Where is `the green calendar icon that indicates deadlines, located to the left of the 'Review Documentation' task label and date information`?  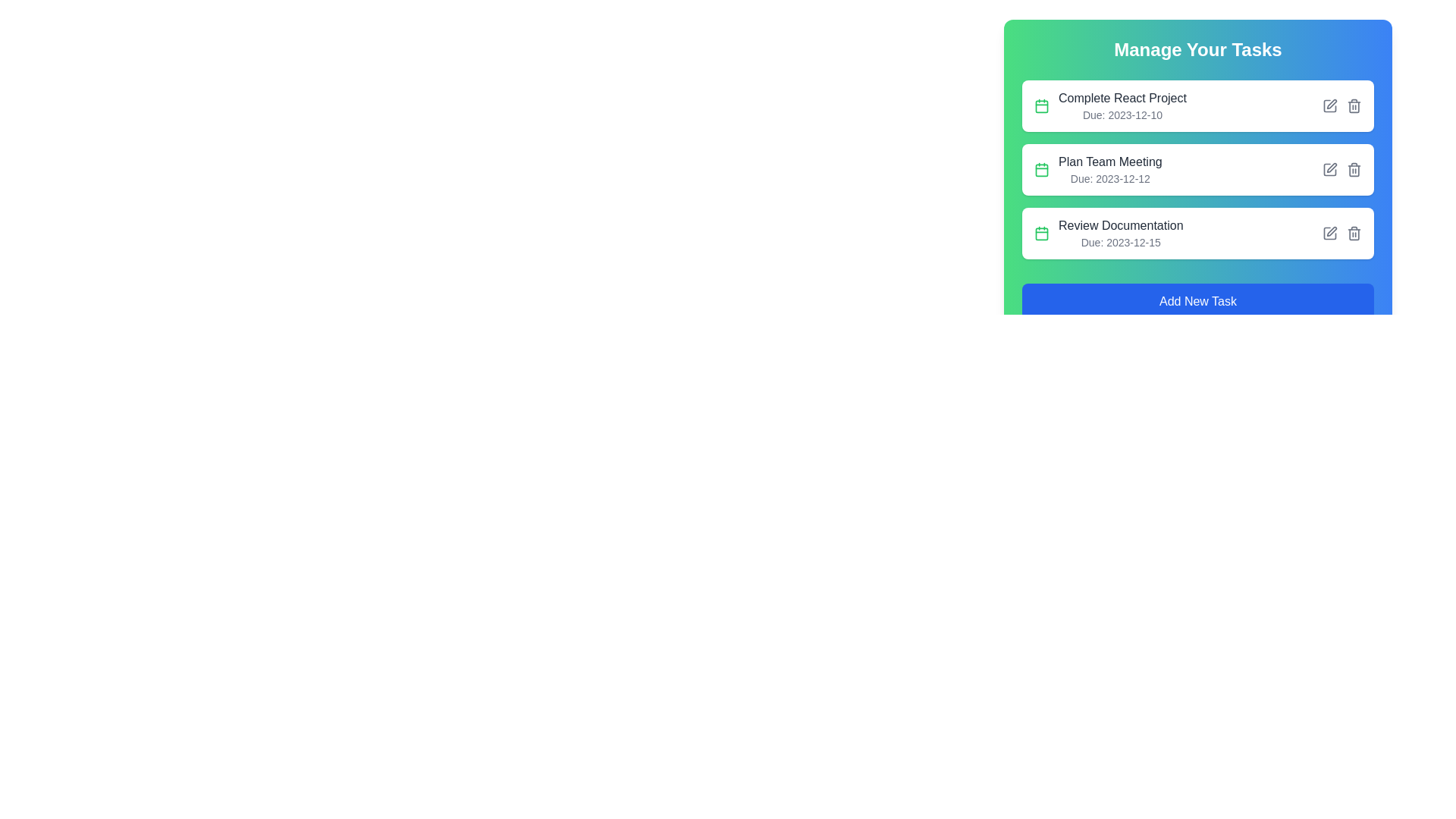 the green calendar icon that indicates deadlines, located to the left of the 'Review Documentation' task label and date information is located at coordinates (1040, 234).